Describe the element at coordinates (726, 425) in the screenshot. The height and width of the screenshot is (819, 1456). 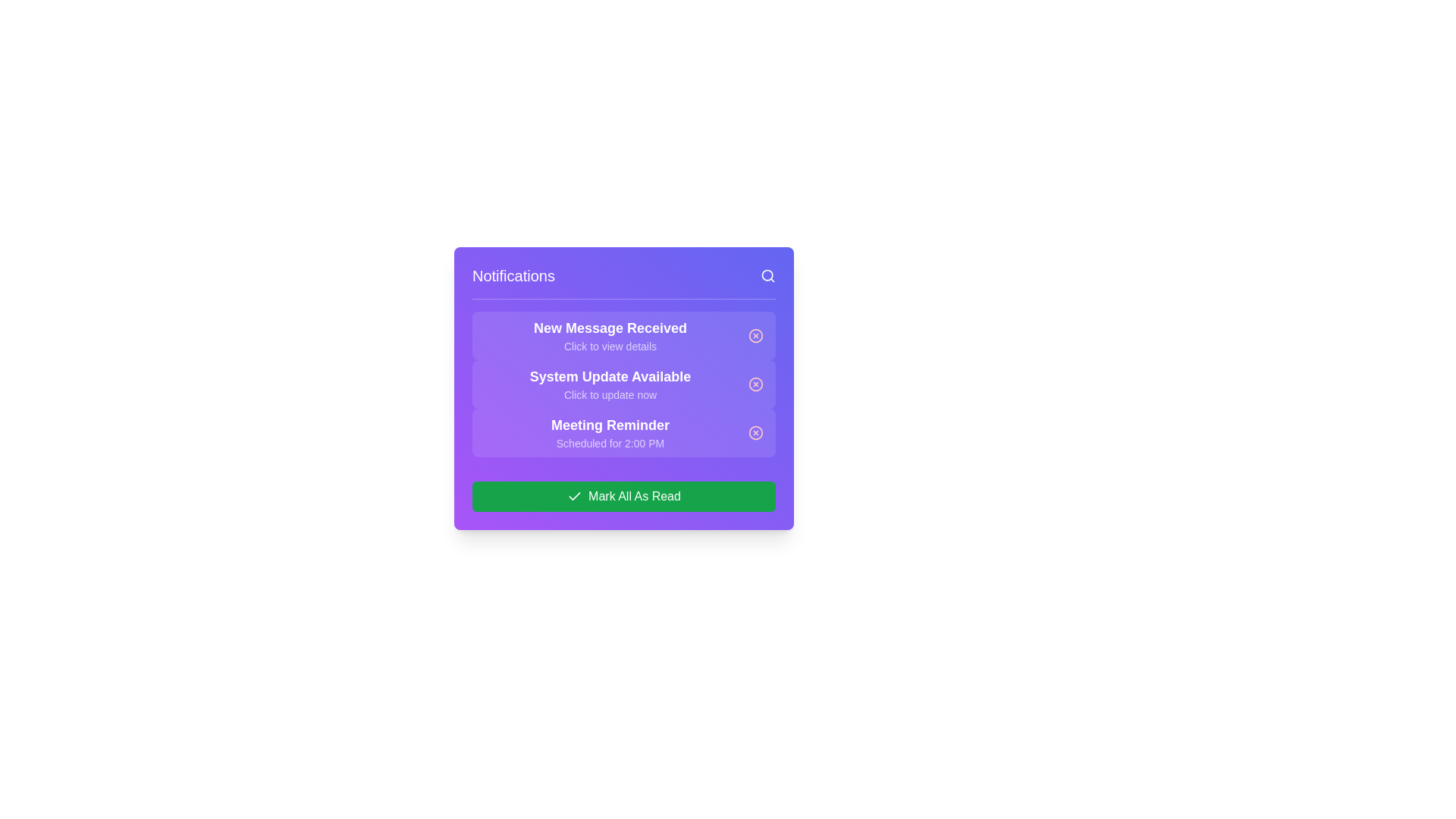
I see `the dismissal button of the notification reminding users of a meeting scheduled at 2:00 PM, which is the third item in the notification panel` at that location.